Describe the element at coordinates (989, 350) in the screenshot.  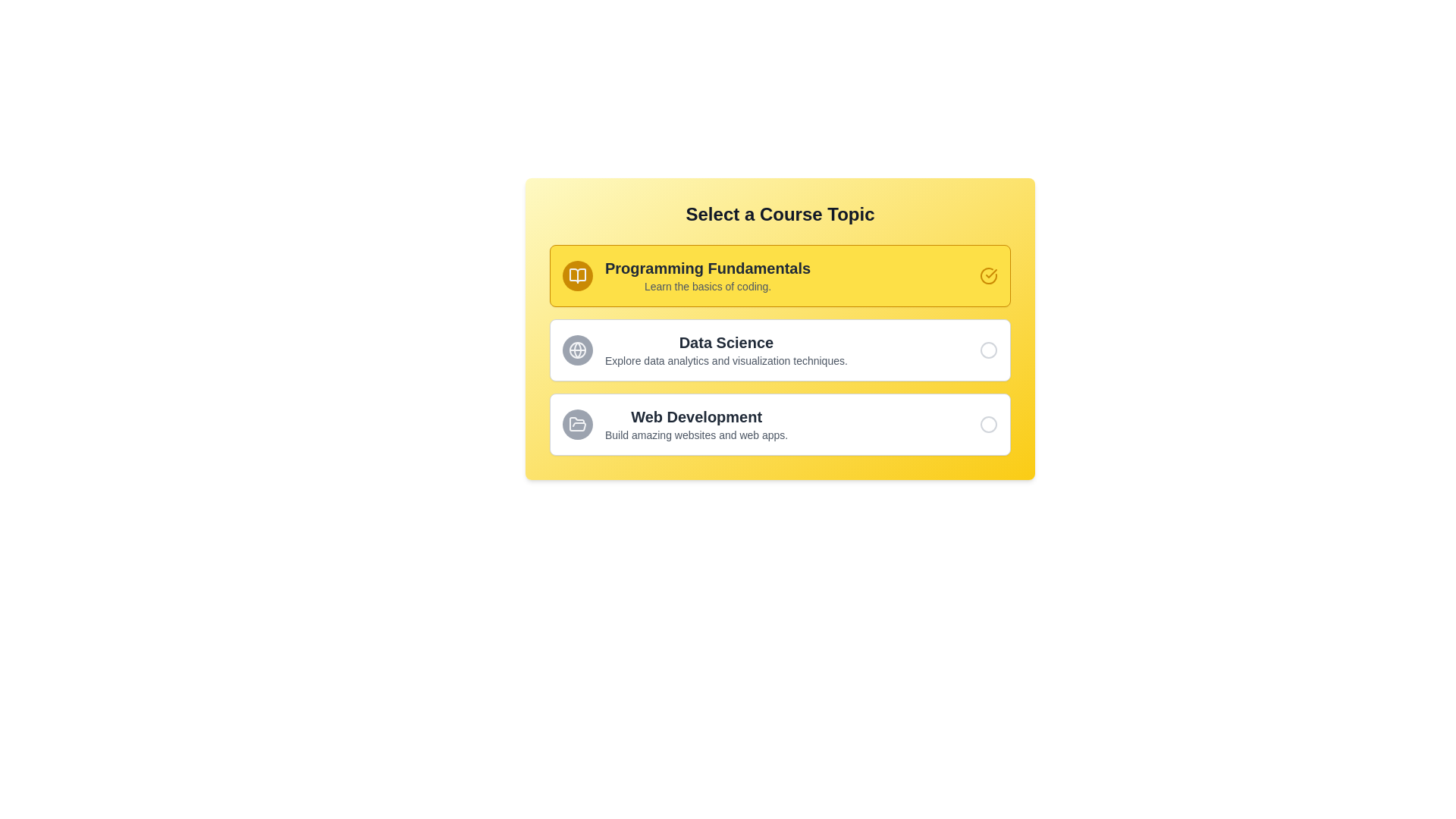
I see `the radio button located on the far-right side of the 'Data Science' section` at that location.